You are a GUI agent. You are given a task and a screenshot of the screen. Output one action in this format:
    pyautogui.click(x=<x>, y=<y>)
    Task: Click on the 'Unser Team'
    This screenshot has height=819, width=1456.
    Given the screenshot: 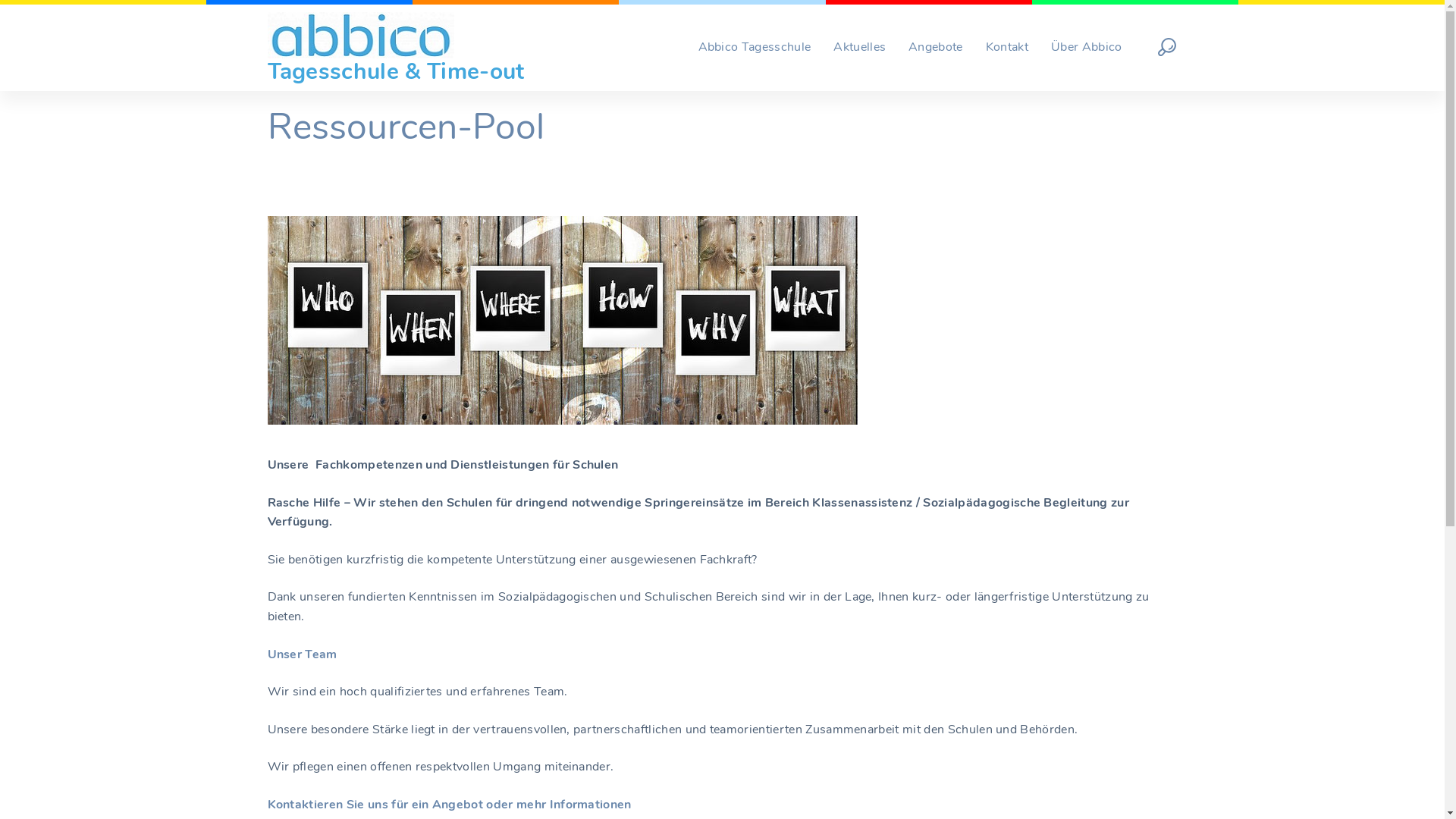 What is the action you would take?
    pyautogui.click(x=302, y=654)
    